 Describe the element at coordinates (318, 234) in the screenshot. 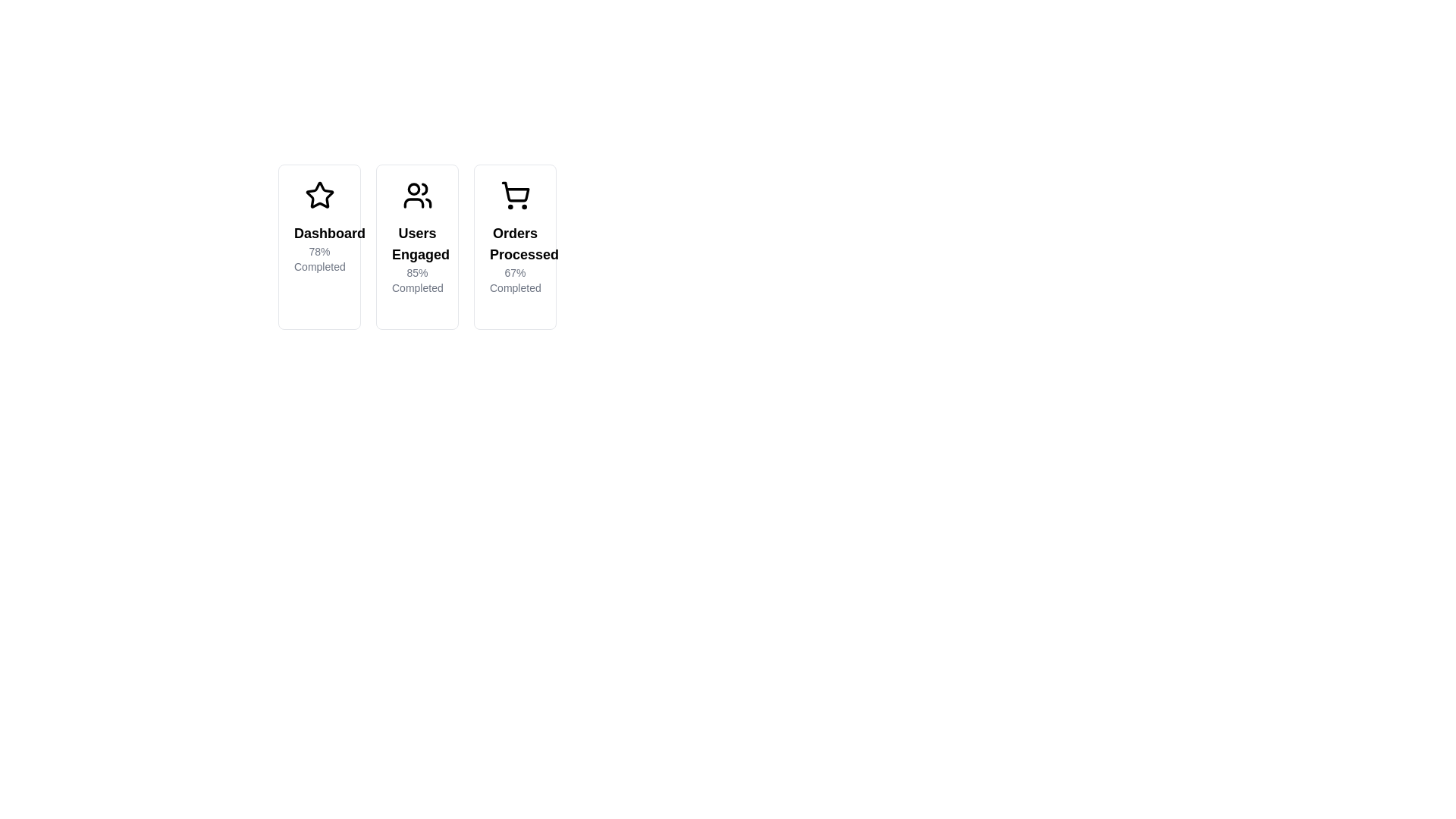

I see `the text label that serves as a title or header for the associated card, positioned above the '78% Completed' text within the first card of a horizontally aligned group of cards` at that location.